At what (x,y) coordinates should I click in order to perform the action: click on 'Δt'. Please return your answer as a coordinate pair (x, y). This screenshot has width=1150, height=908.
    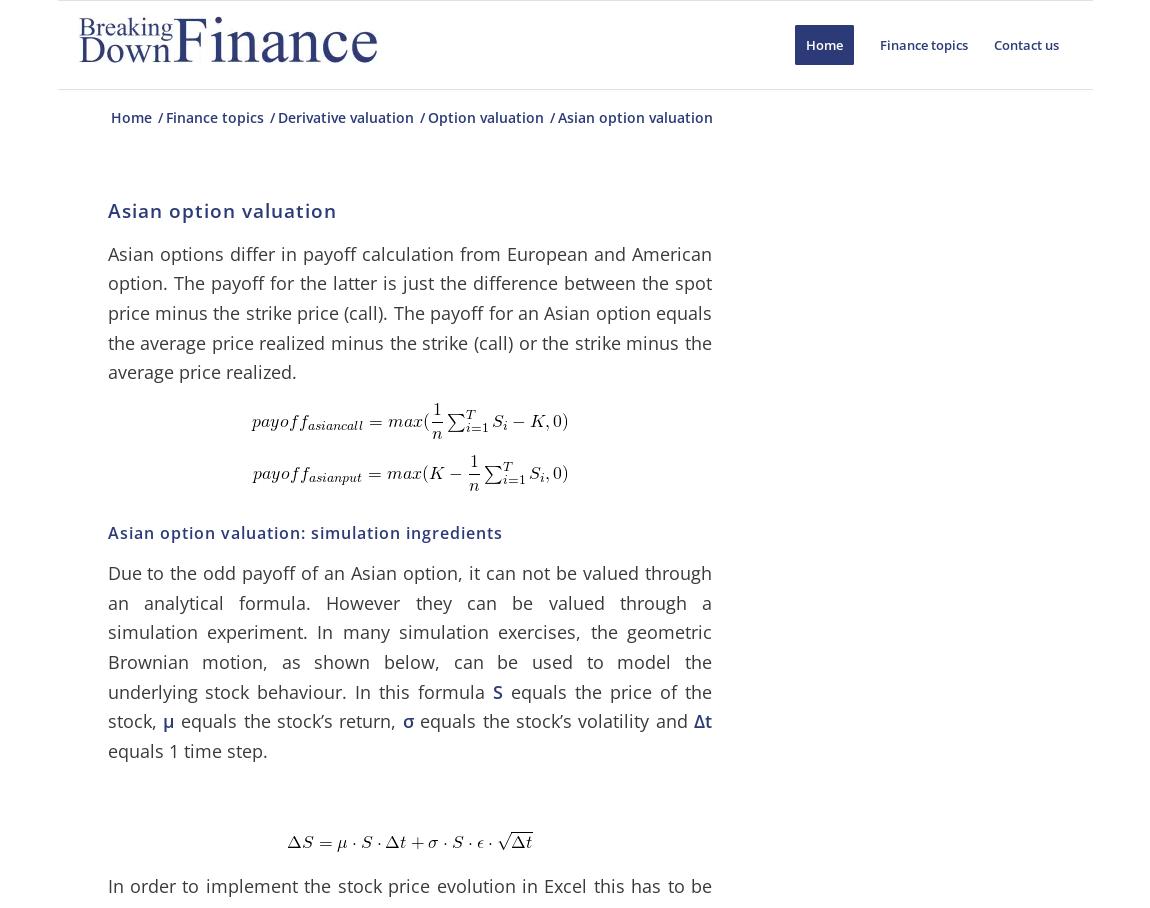
    Looking at the image, I should click on (701, 721).